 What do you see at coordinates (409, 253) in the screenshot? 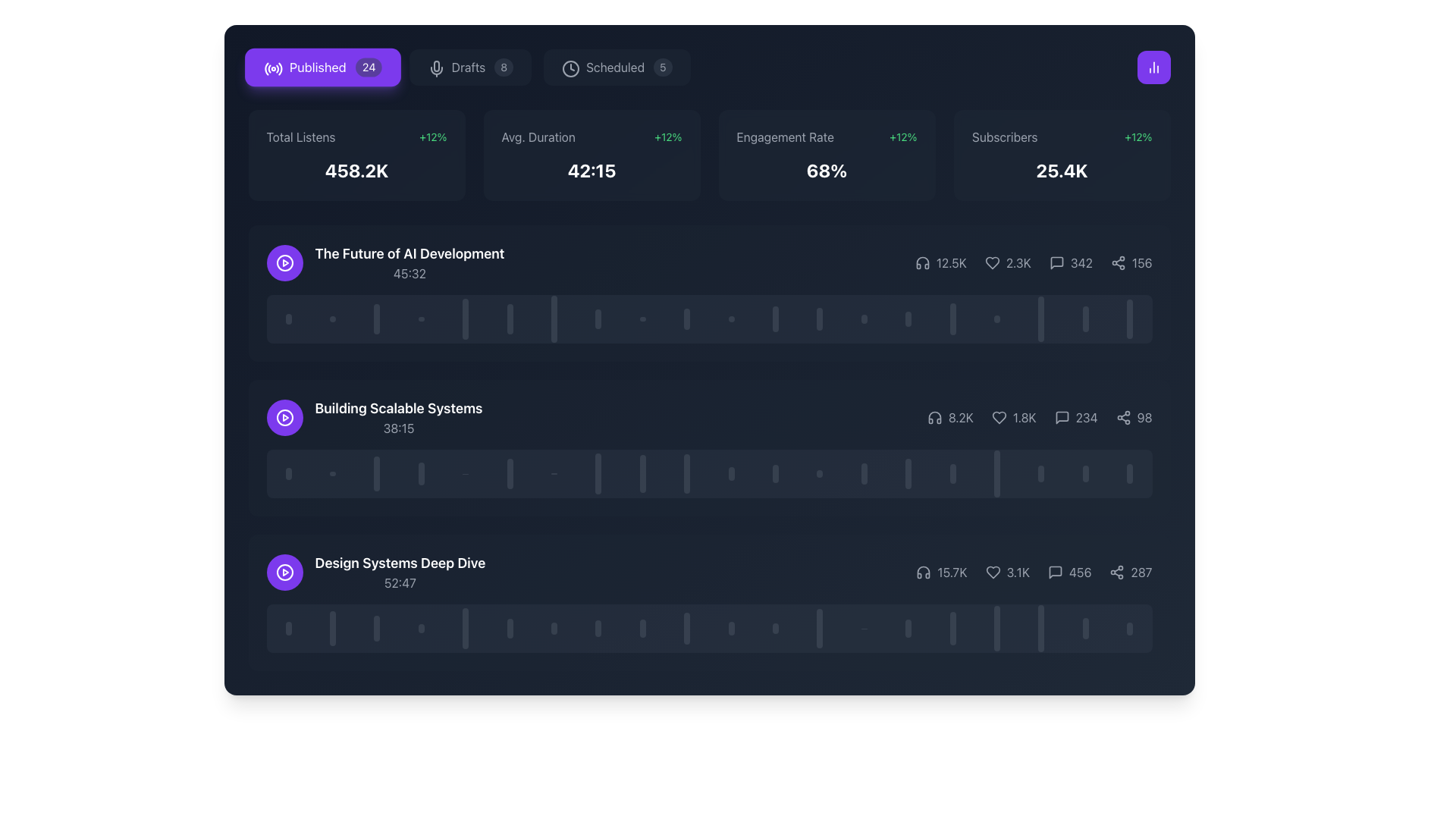
I see `the text label displaying 'The Future of AI Development' which is in a large, bold, white font on a dark background, located in the upper section of a card component` at bounding box center [409, 253].